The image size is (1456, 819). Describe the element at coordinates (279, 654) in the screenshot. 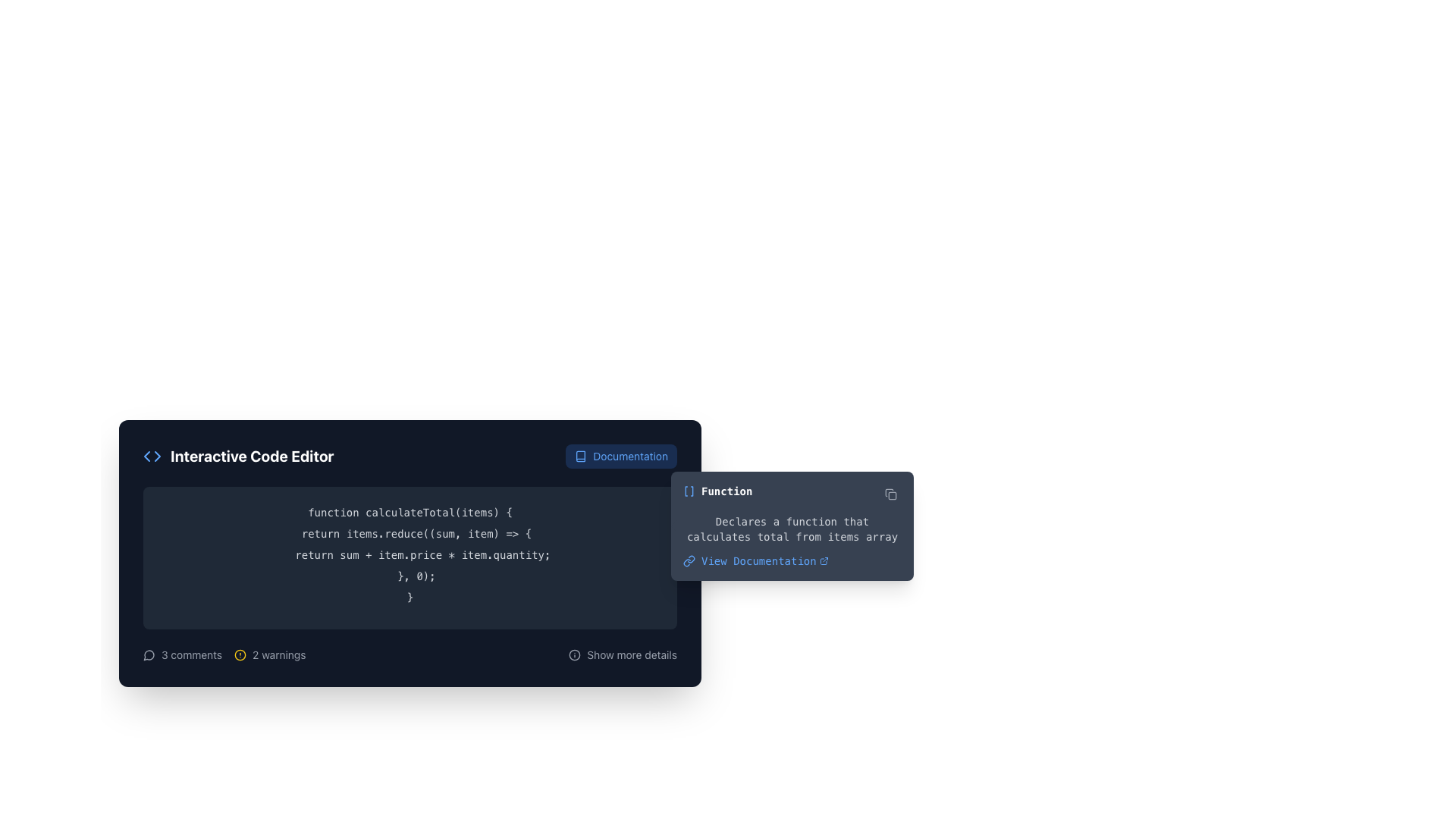

I see `text label displaying '2 warnings' which is positioned to the right of a yellow warning icon in the interactive code editor area` at that location.